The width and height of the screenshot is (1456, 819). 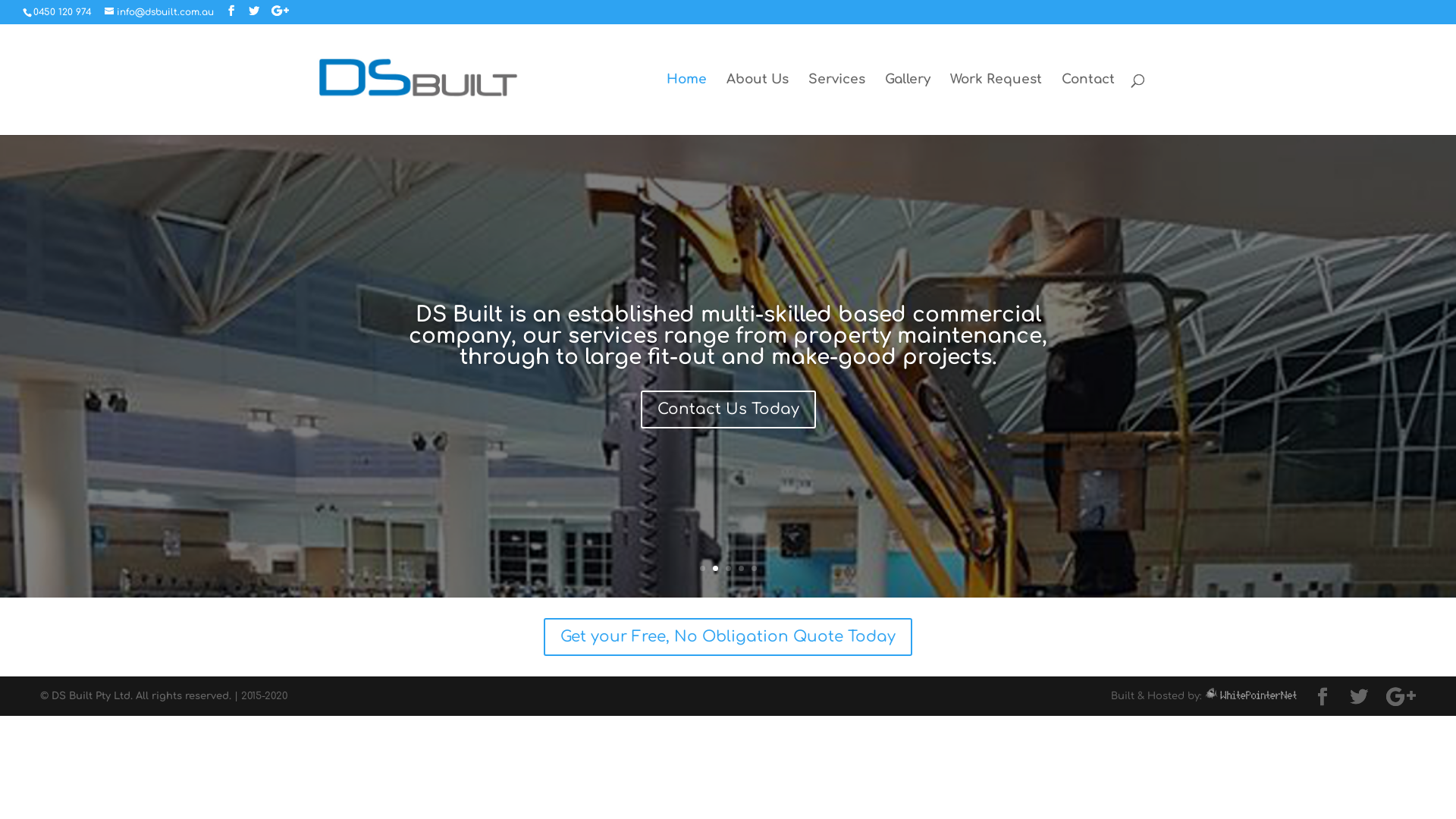 I want to click on '2', so click(x=714, y=568).